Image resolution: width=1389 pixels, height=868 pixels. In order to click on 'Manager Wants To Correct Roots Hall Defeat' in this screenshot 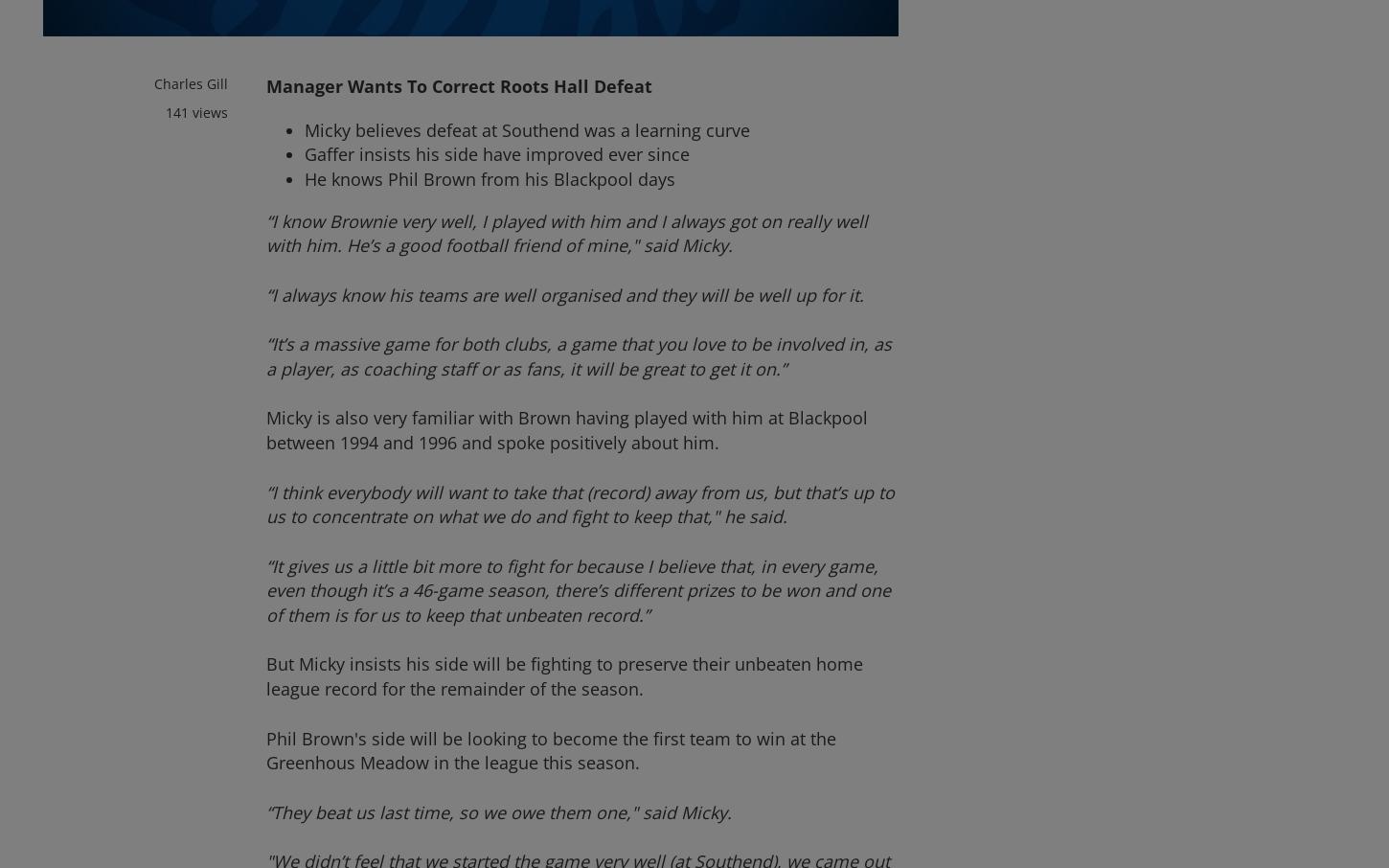, I will do `click(458, 84)`.